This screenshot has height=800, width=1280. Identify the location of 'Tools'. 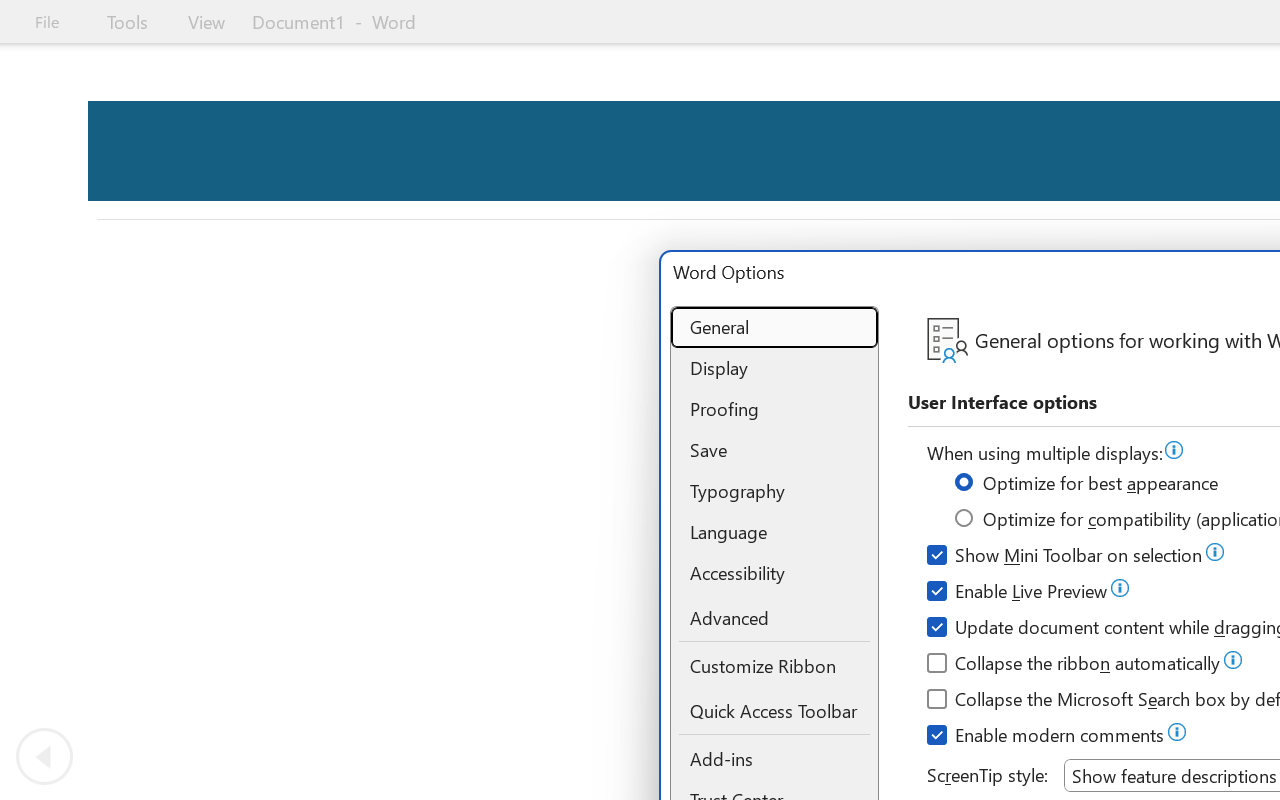
(126, 21).